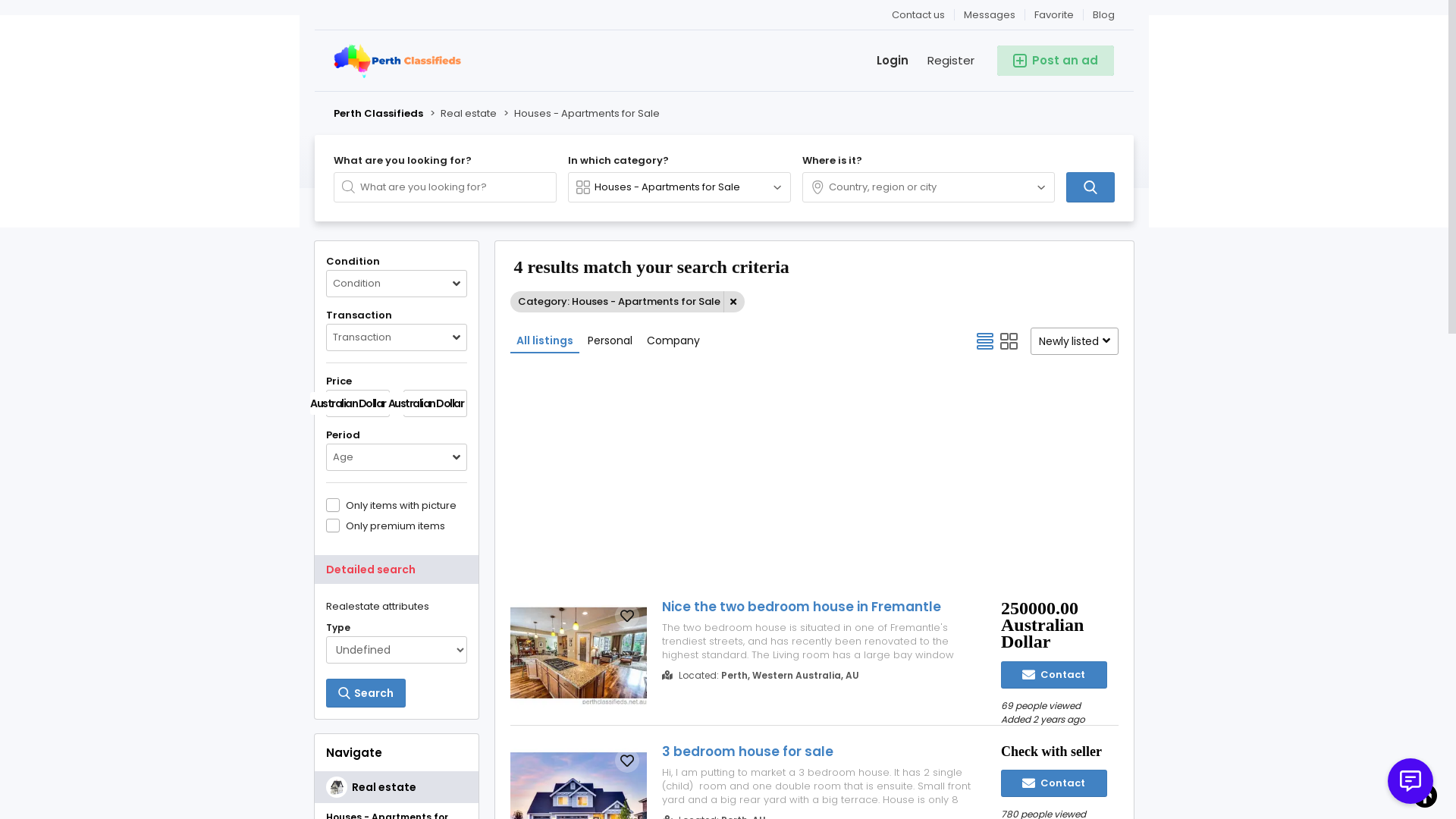  What do you see at coordinates (953, 14) in the screenshot?
I see `'Messages'` at bounding box center [953, 14].